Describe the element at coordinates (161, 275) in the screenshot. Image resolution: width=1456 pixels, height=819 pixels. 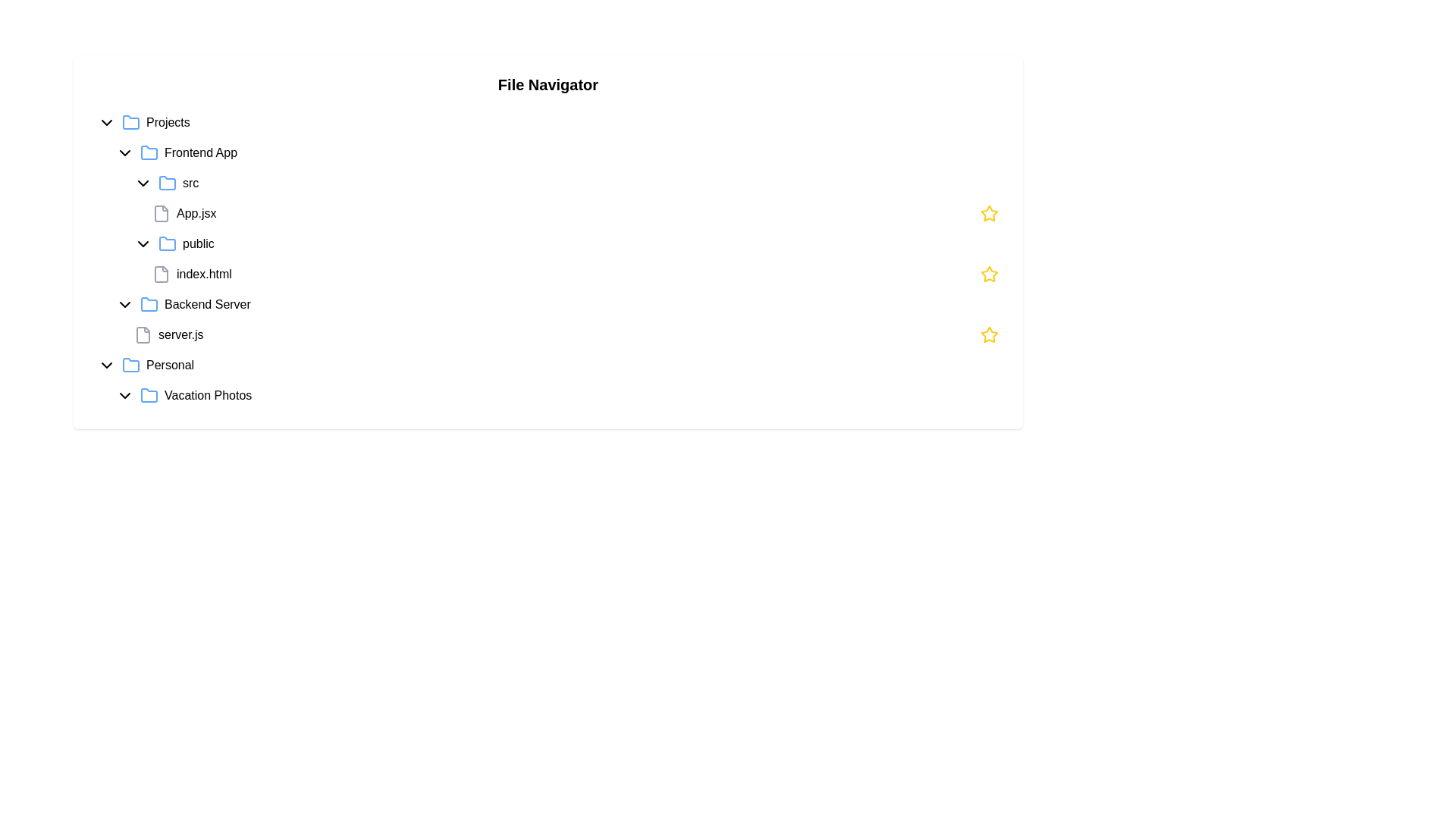
I see `the SVG-based file icon representing 'index.html' in the file navigation system, located under the 'public' folder` at that location.